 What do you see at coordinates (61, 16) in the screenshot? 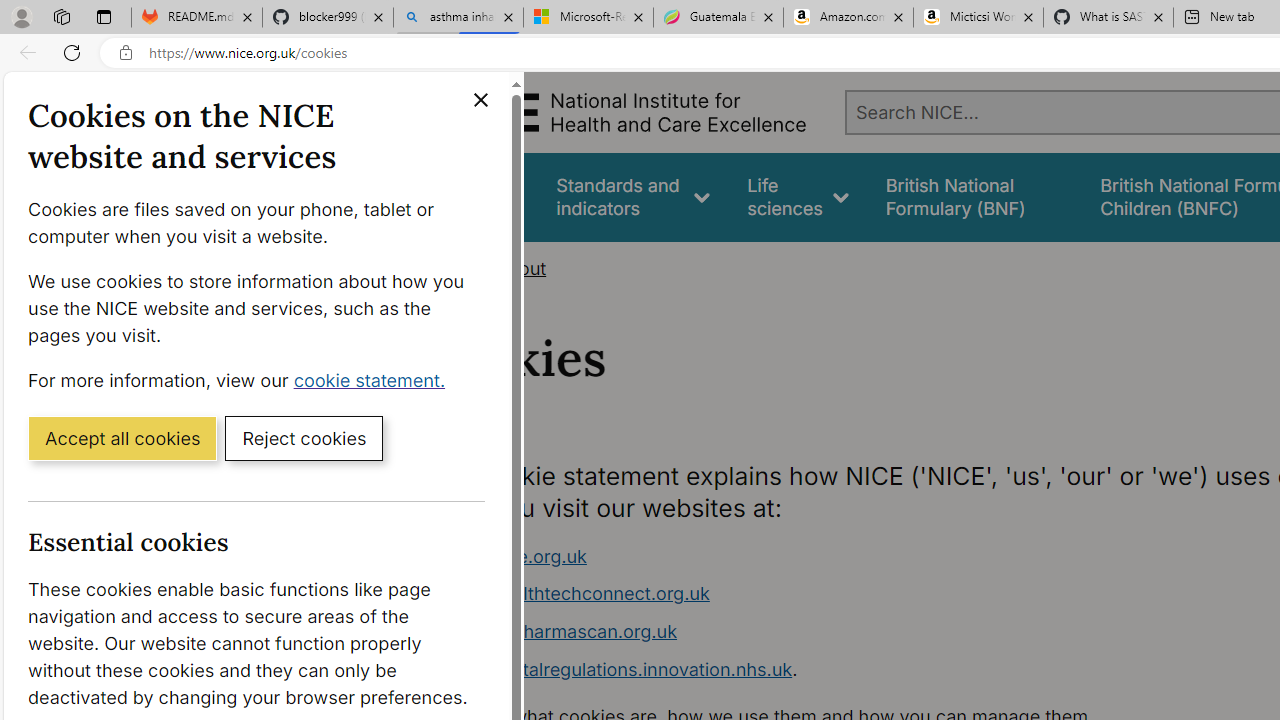
I see `'Workspaces'` at bounding box center [61, 16].